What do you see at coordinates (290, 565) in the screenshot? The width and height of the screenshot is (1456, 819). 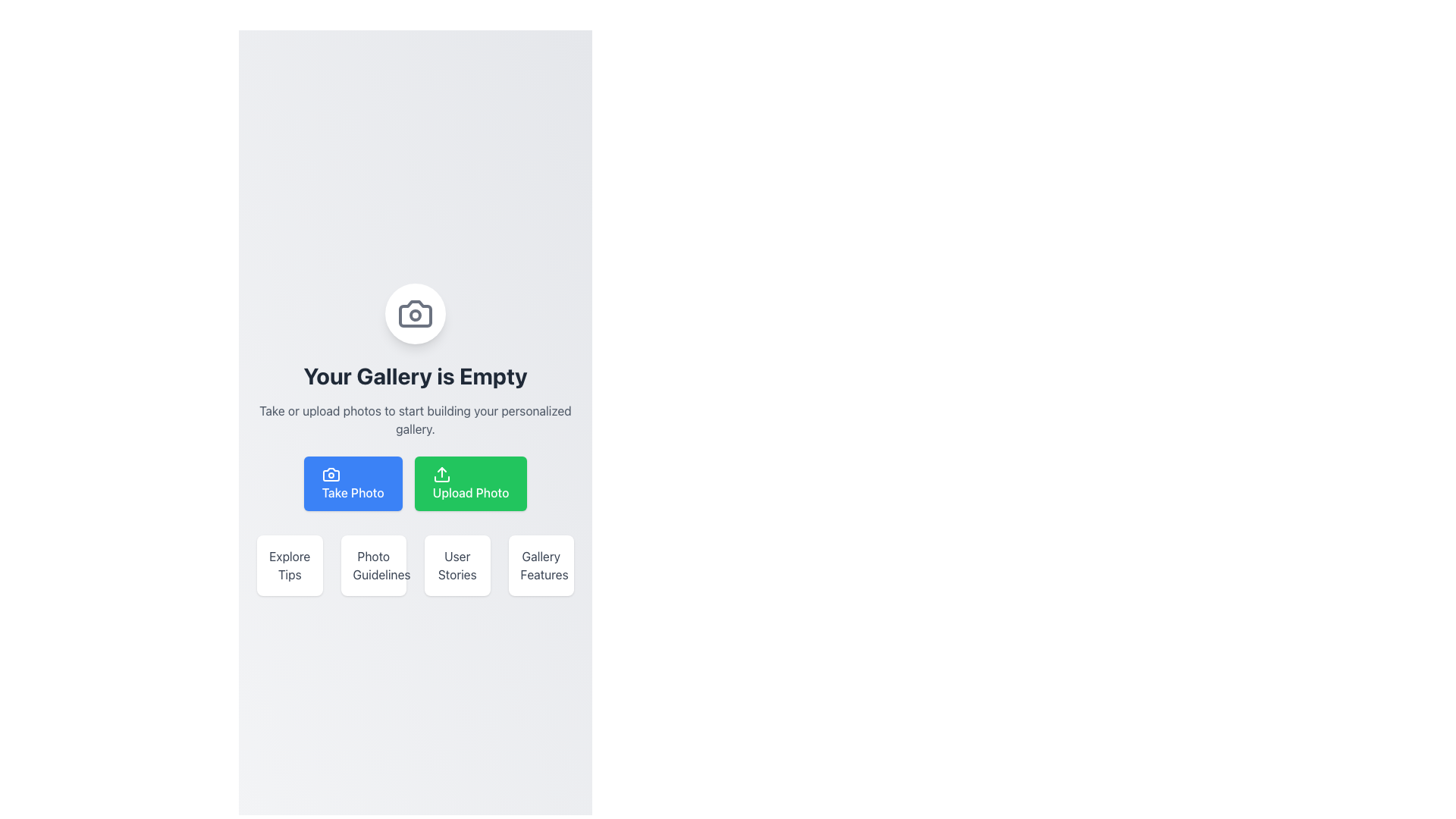 I see `the 'Explore Tips' text element within the first card of the grid layout to trigger the hover effect` at bounding box center [290, 565].